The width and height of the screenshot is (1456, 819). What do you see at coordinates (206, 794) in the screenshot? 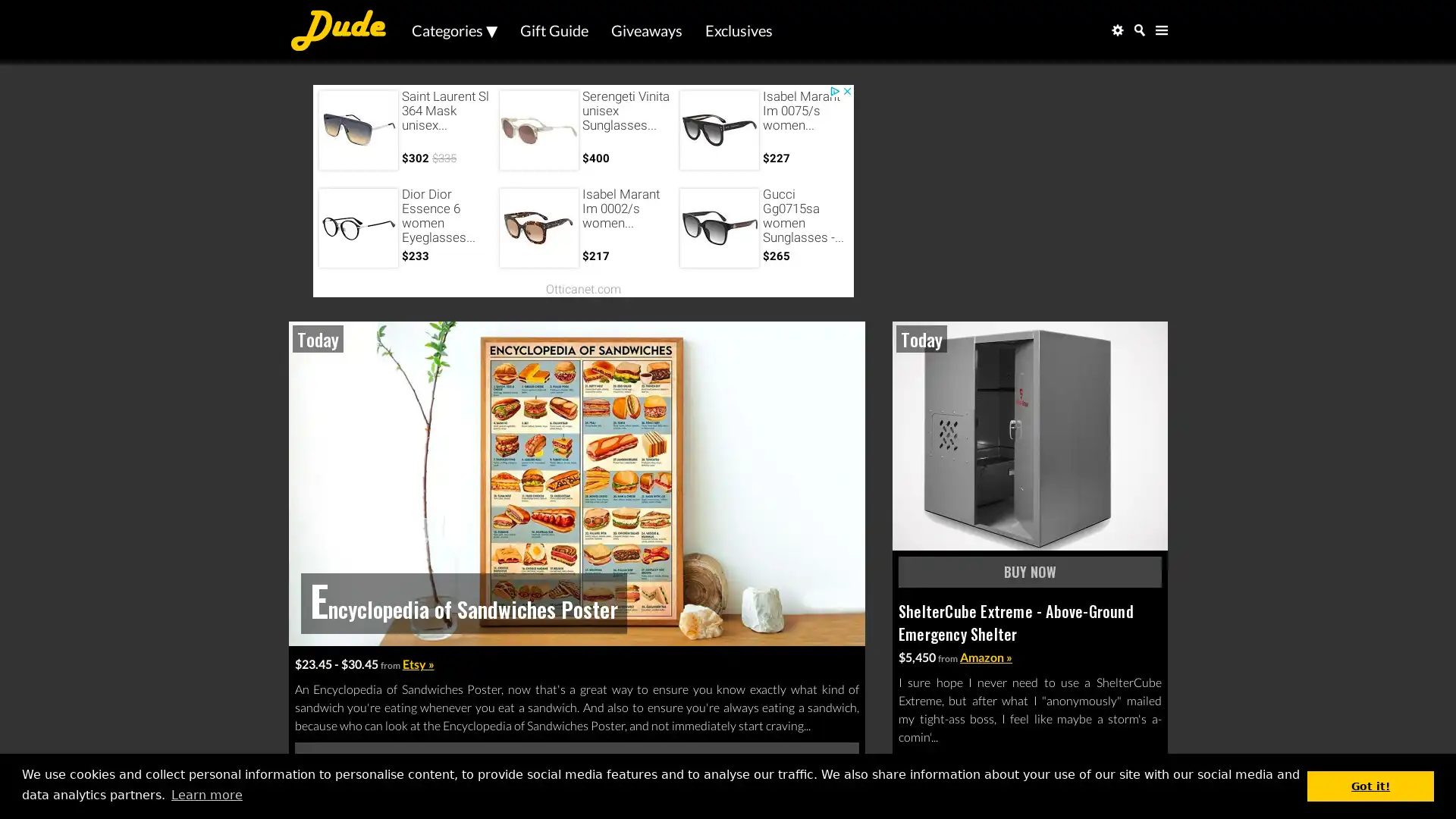
I see `learn more about cookies` at bounding box center [206, 794].